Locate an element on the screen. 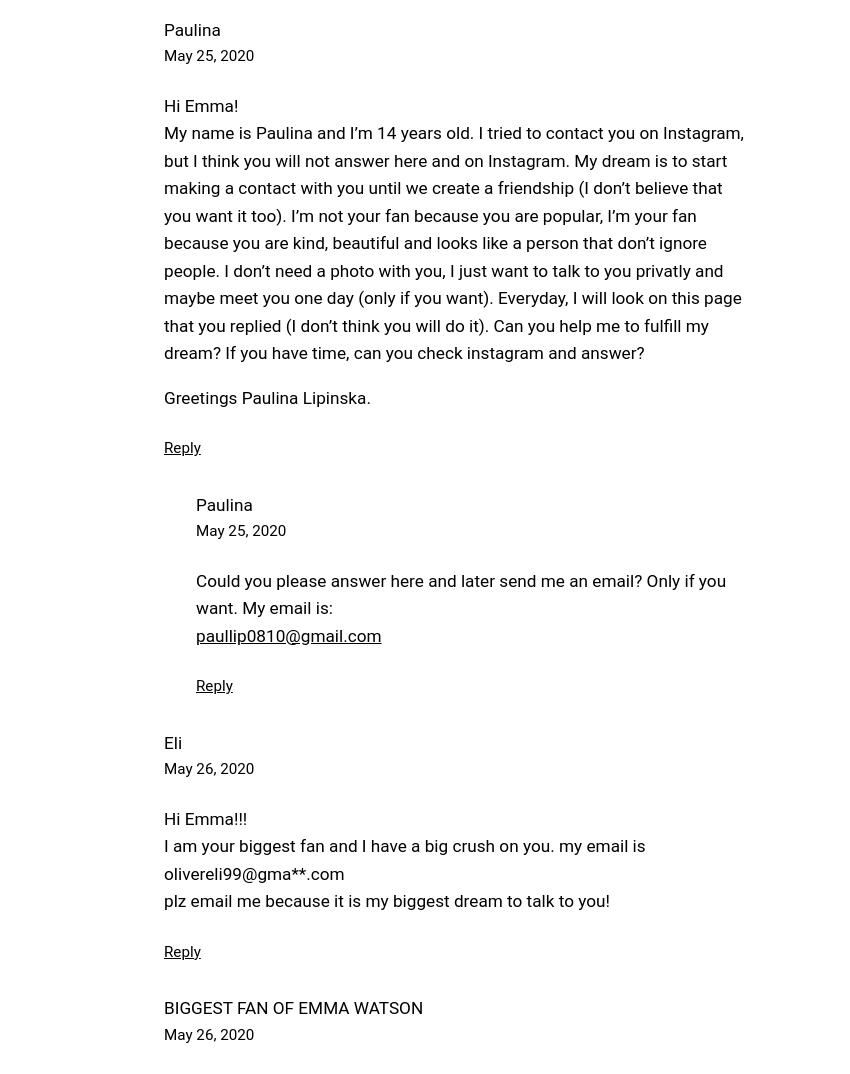 This screenshot has width=850, height=1074. 'My name is Paulina and I’m 14 years old. I tried to contact you on Instagram, but I think you will not answer here and on Instagram. My dream is to start making a contact with you until we create a friendship (I don’t believe that you want it too). I’m not your fan because you are popular, I’m your fan because you are kind, beautiful and looks like a person that don’t ignore people. I don’t need a photo with you, I just want to talk to you privatly and maybe meet you one day (only if you want). Everyday, I will look on this page that you replied (I don’t think you will do it). Can you help me to fulfill my dream?  If you have time, can you check instagram and answer?' is located at coordinates (452, 242).